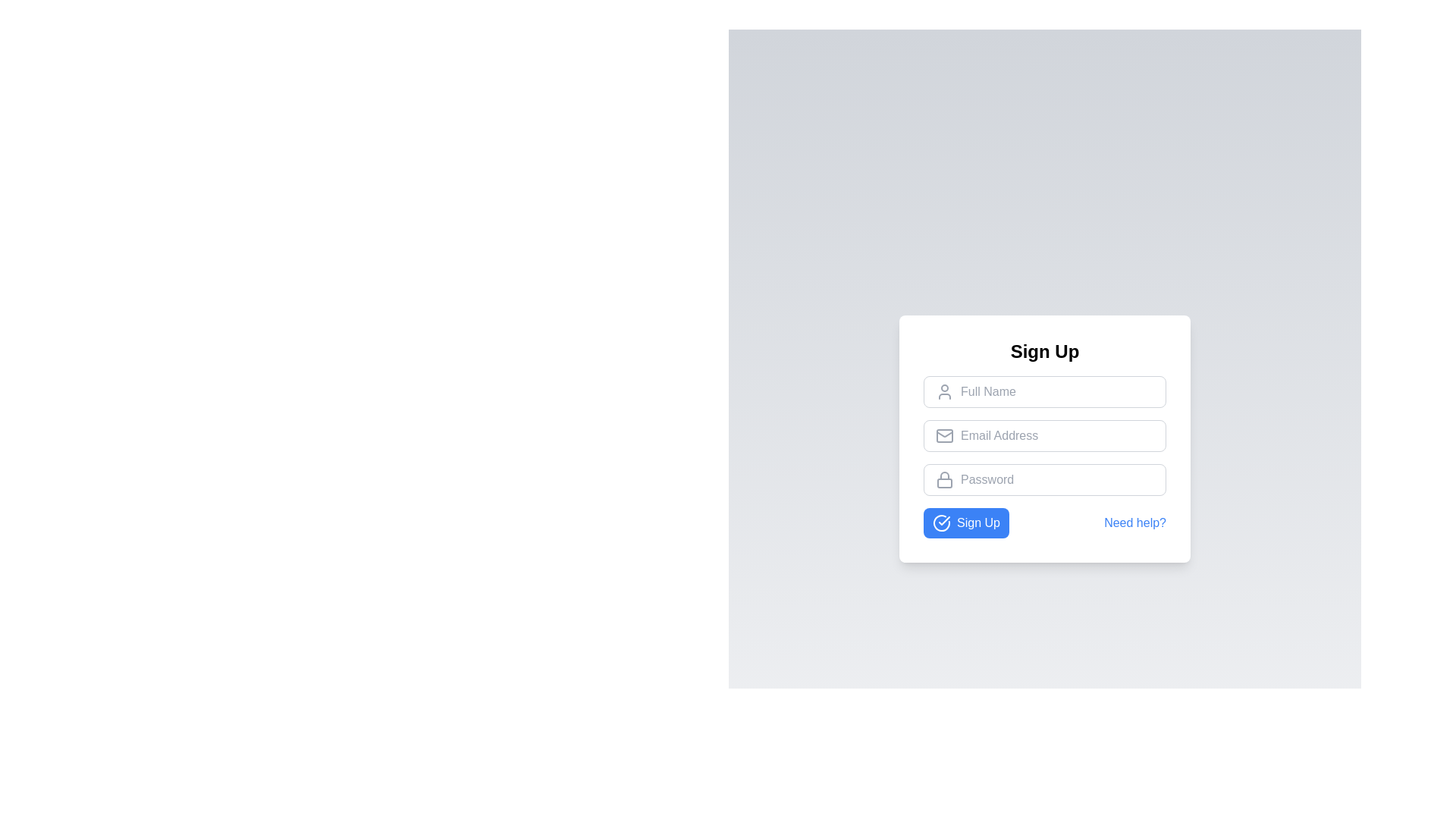  What do you see at coordinates (1135, 522) in the screenshot?
I see `the hyperlink located at the bottom-right of the sign-up form` at bounding box center [1135, 522].